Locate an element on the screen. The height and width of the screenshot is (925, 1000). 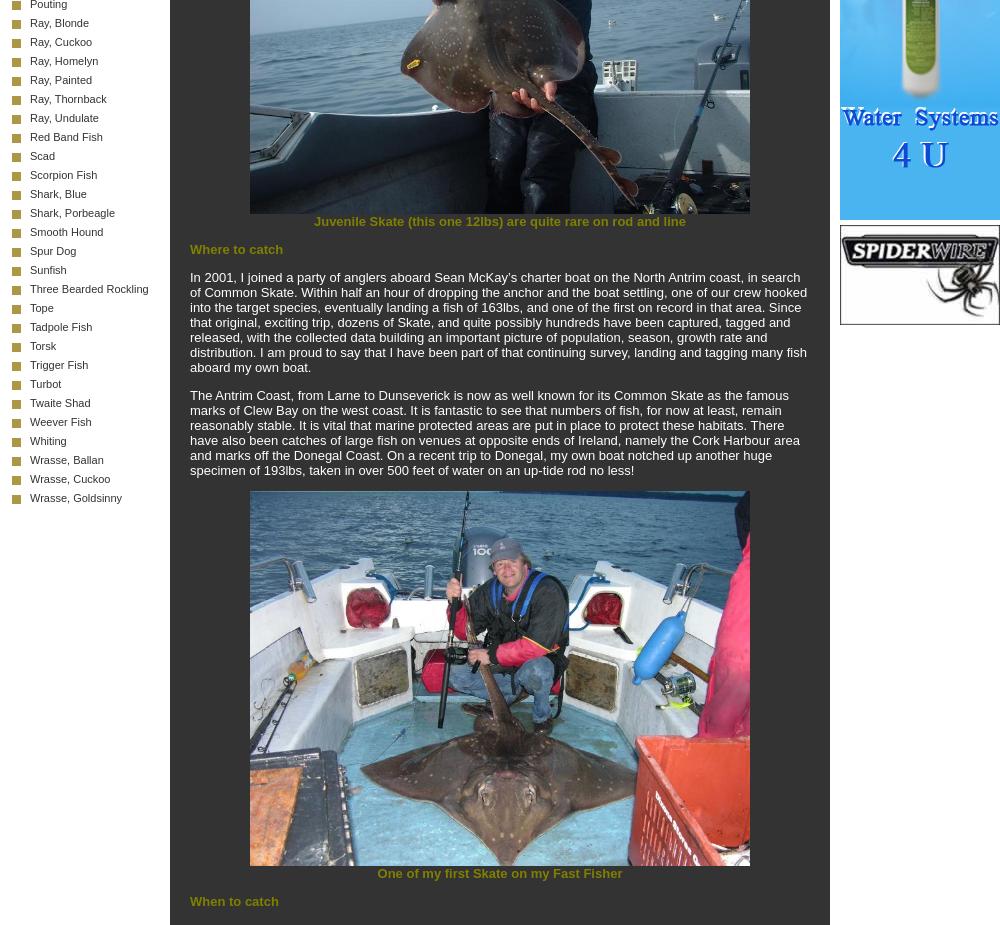
'Ray, Cuckoo' is located at coordinates (61, 40).